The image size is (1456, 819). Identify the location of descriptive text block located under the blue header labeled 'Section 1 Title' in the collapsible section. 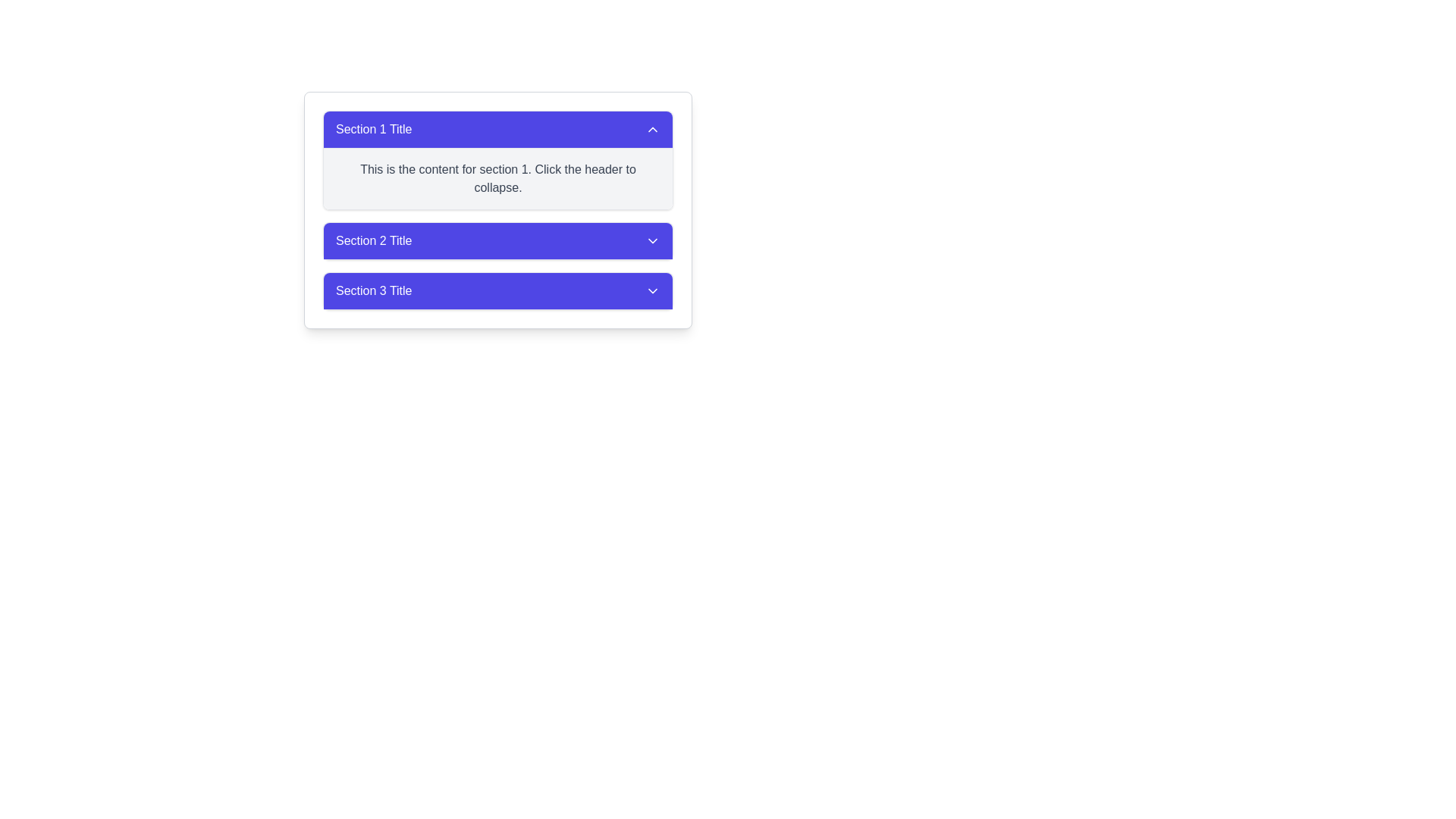
(498, 177).